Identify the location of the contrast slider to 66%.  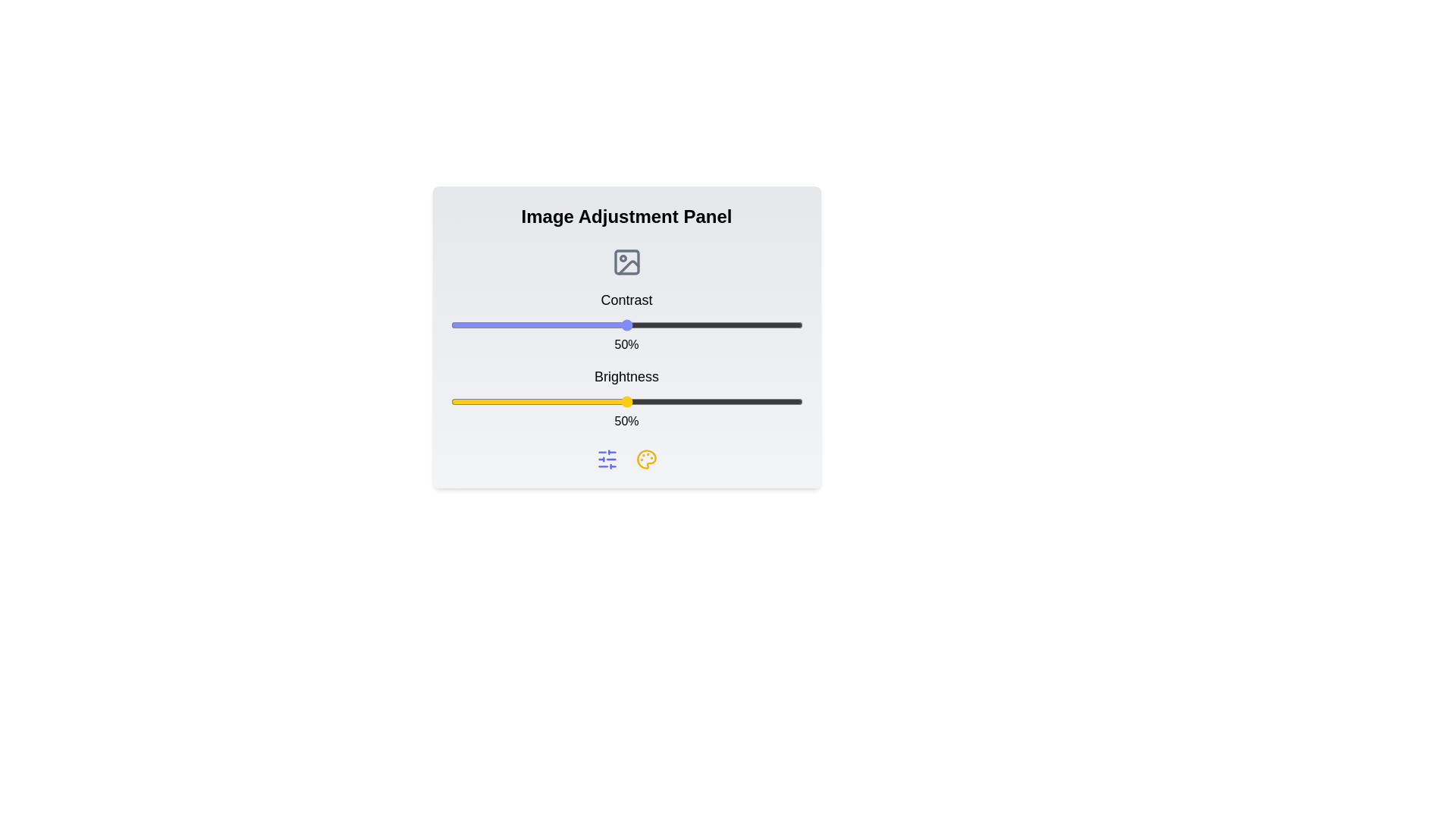
(682, 324).